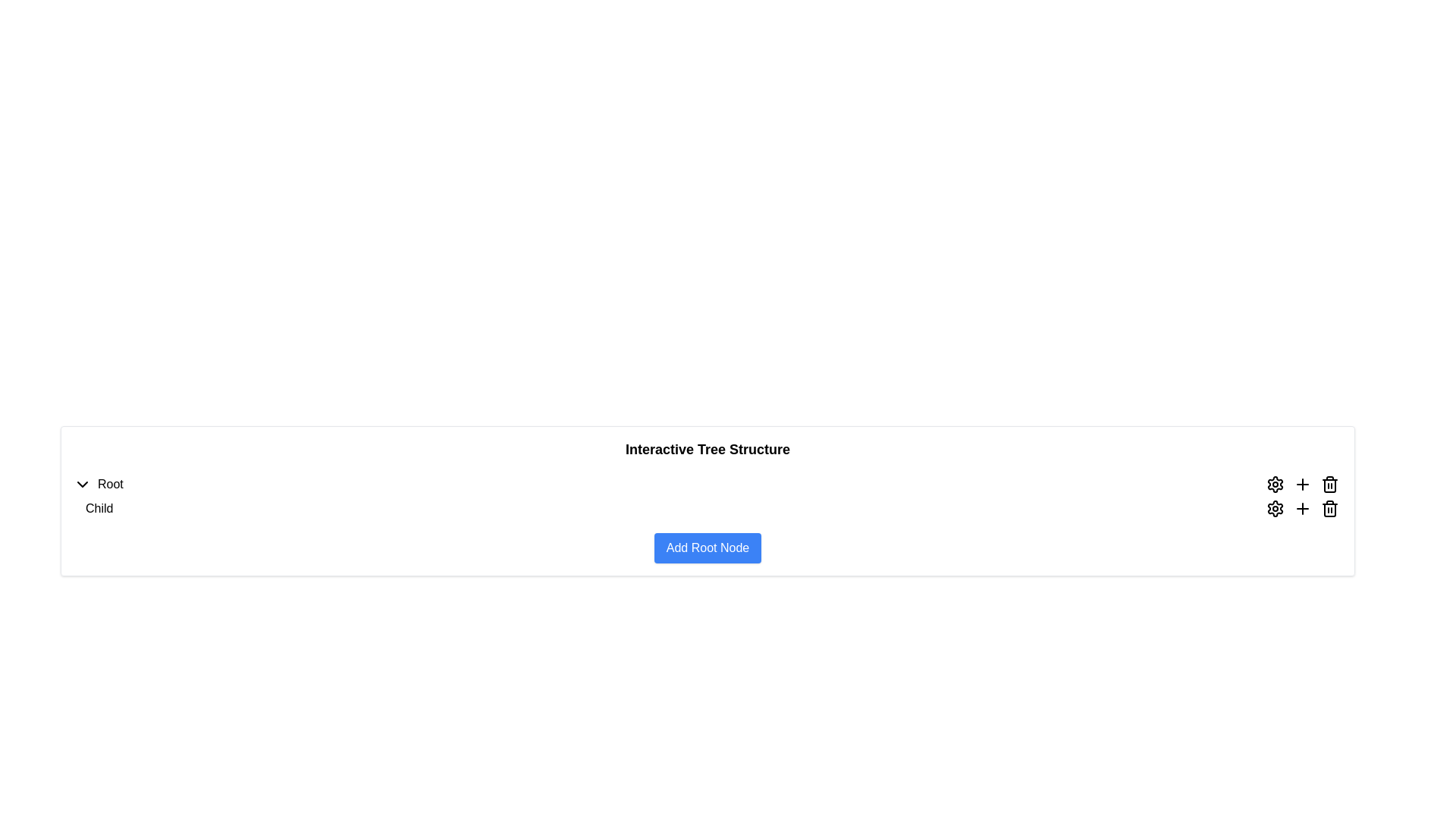  I want to click on the cogwheel icon button in the top-right section of the interface, so click(1274, 509).